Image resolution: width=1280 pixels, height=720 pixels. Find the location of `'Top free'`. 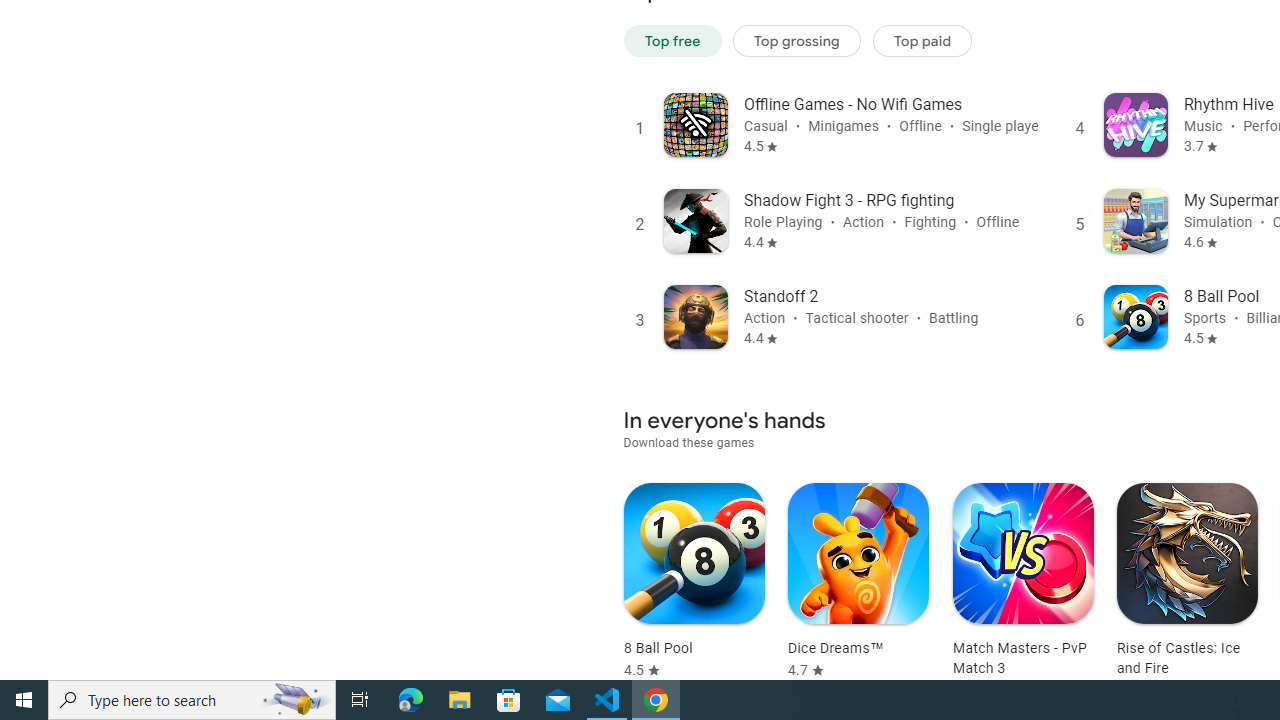

'Top free' is located at coordinates (672, 40).